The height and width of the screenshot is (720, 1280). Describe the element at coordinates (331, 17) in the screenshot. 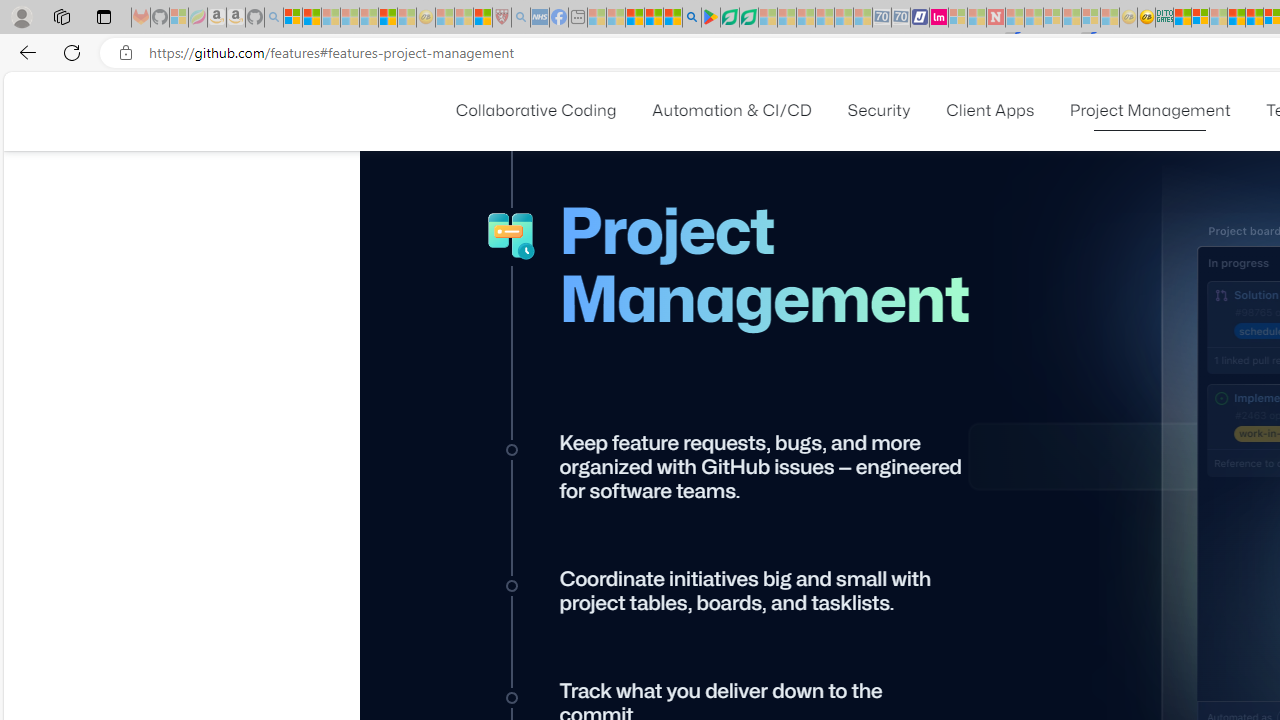

I see `'The Weather Channel - MSN - Sleeping'` at that location.